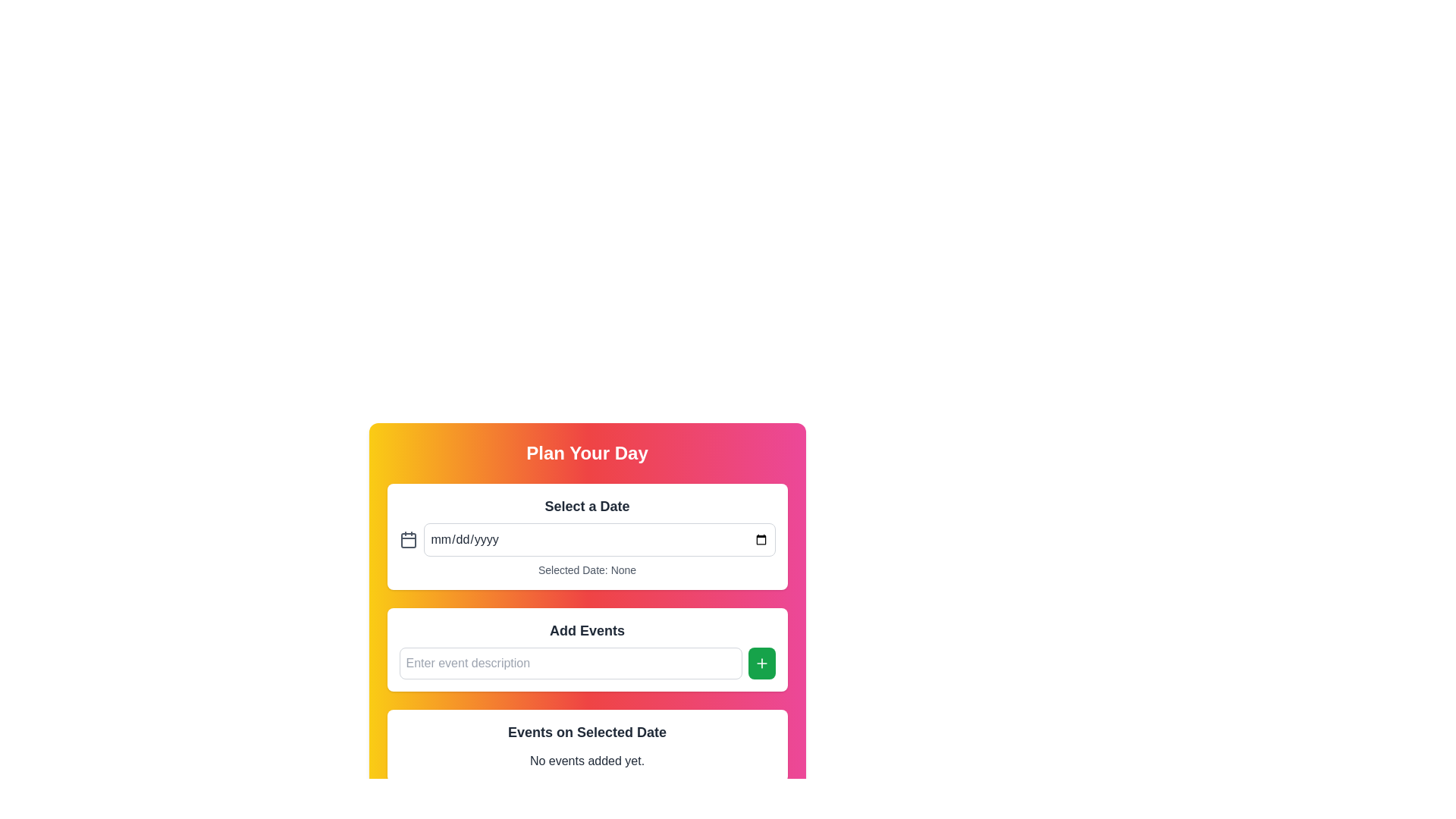 Image resolution: width=1456 pixels, height=819 pixels. I want to click on the static text label that reads 'Select a Date', which is prominently displayed at the top of the panel, so click(586, 506).